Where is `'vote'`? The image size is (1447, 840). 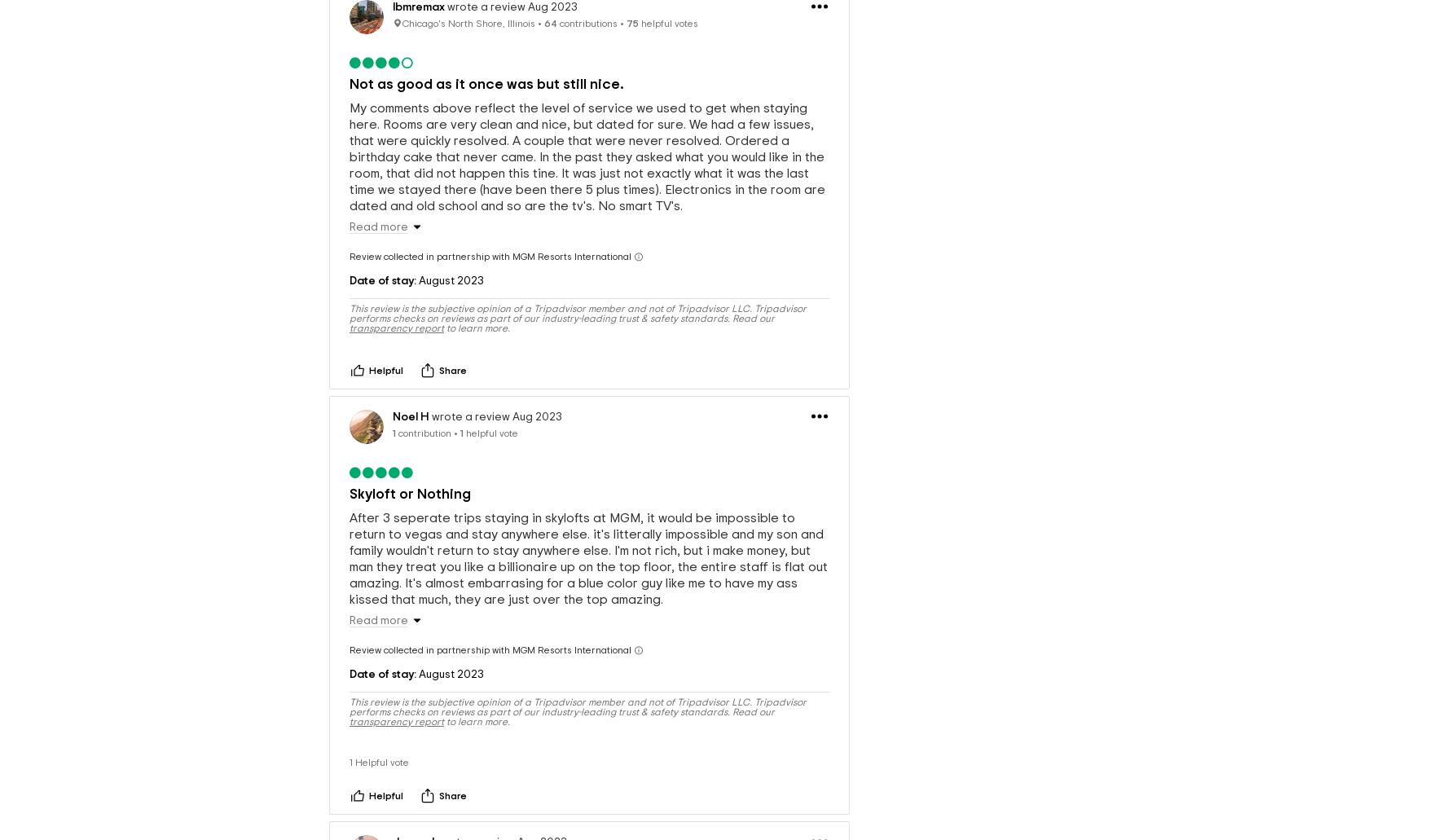
'vote' is located at coordinates (398, 735).